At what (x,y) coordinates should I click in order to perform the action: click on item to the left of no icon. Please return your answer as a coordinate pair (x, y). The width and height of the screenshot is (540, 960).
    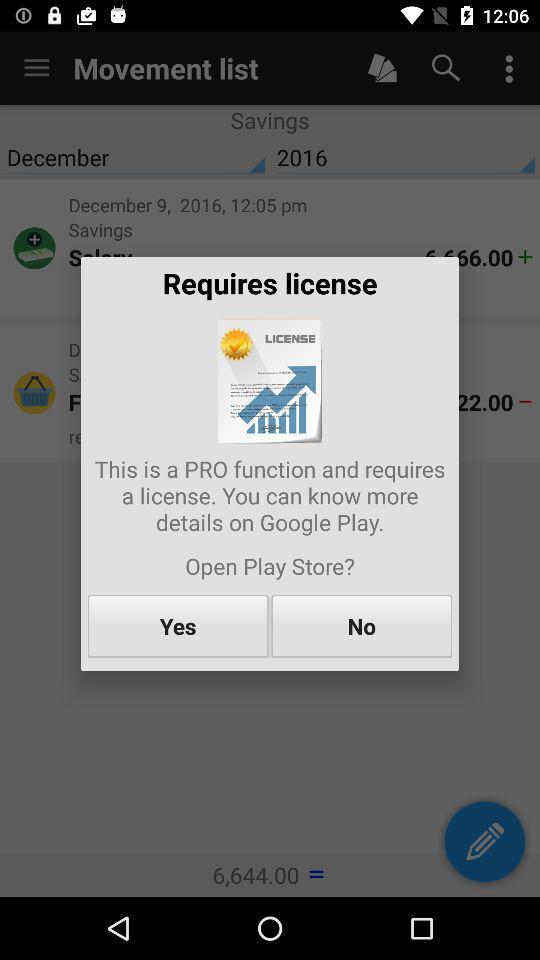
    Looking at the image, I should click on (178, 625).